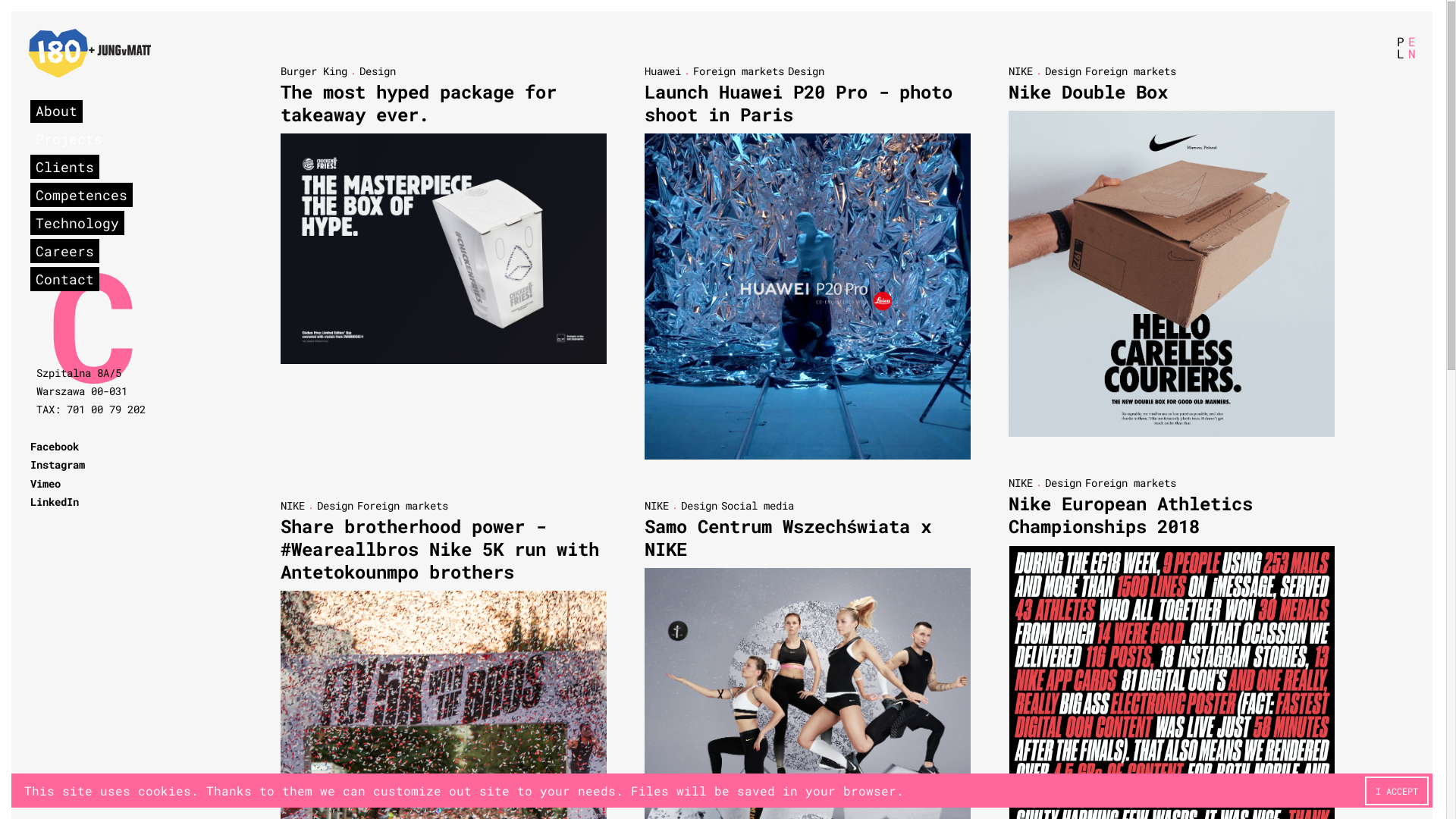 The height and width of the screenshot is (819, 1456). Describe the element at coordinates (378, 72) in the screenshot. I see `'Design'` at that location.